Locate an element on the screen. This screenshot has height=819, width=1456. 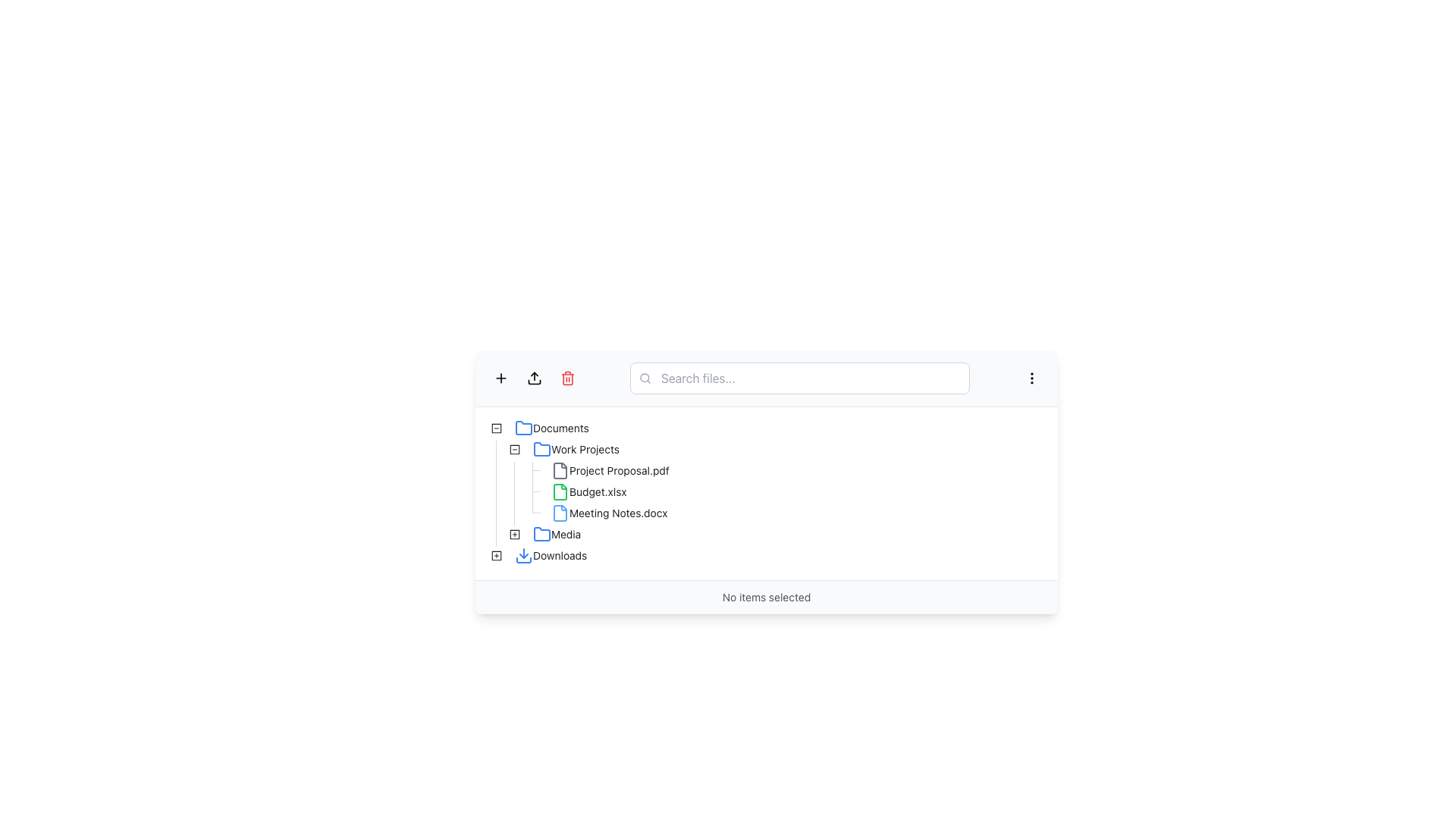
the 'Delete' button, which is the third icon in a horizontal group of three icons located in the top-right corner above the file navigation interface is located at coordinates (566, 377).